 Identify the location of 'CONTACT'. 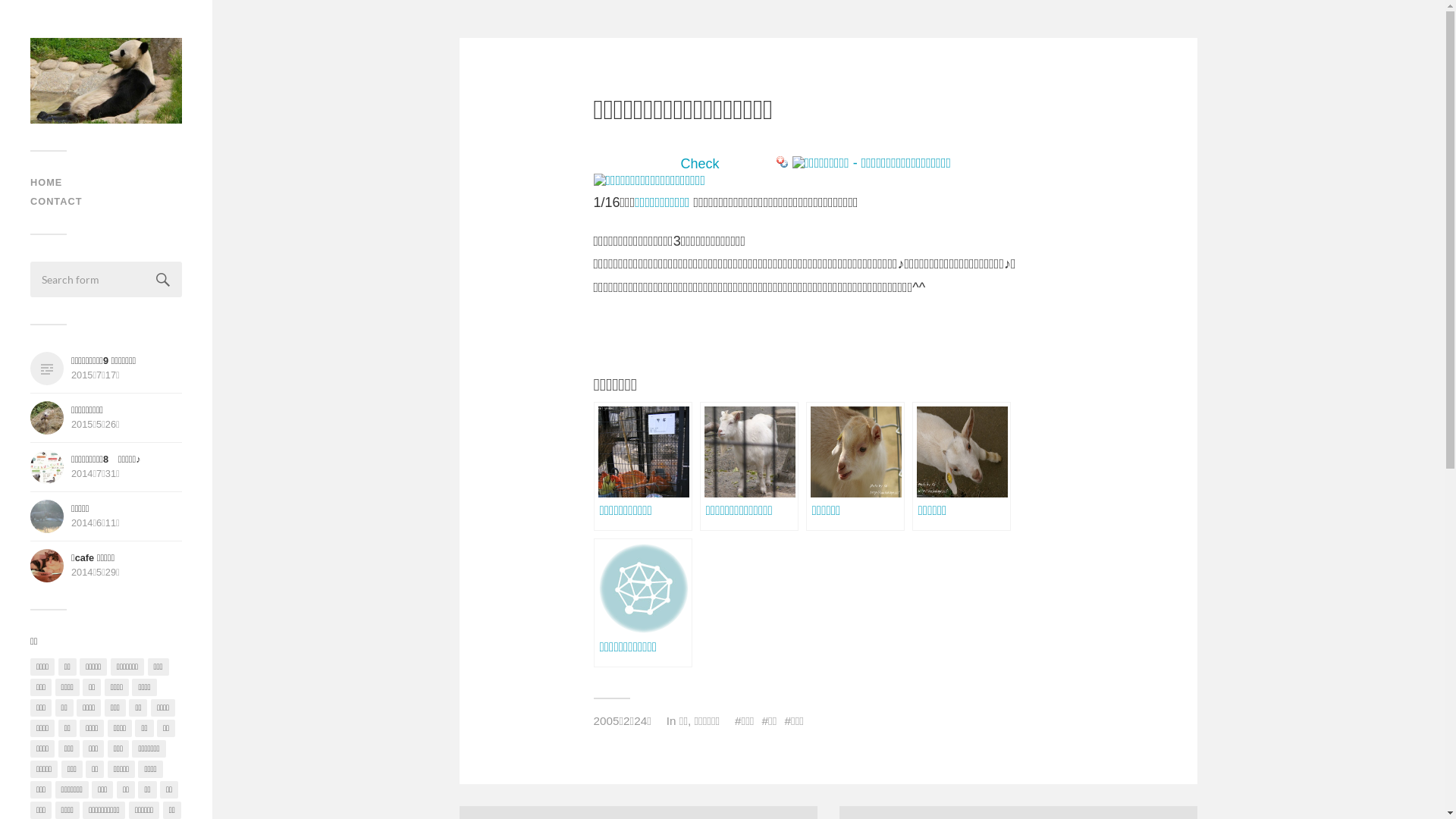
(55, 200).